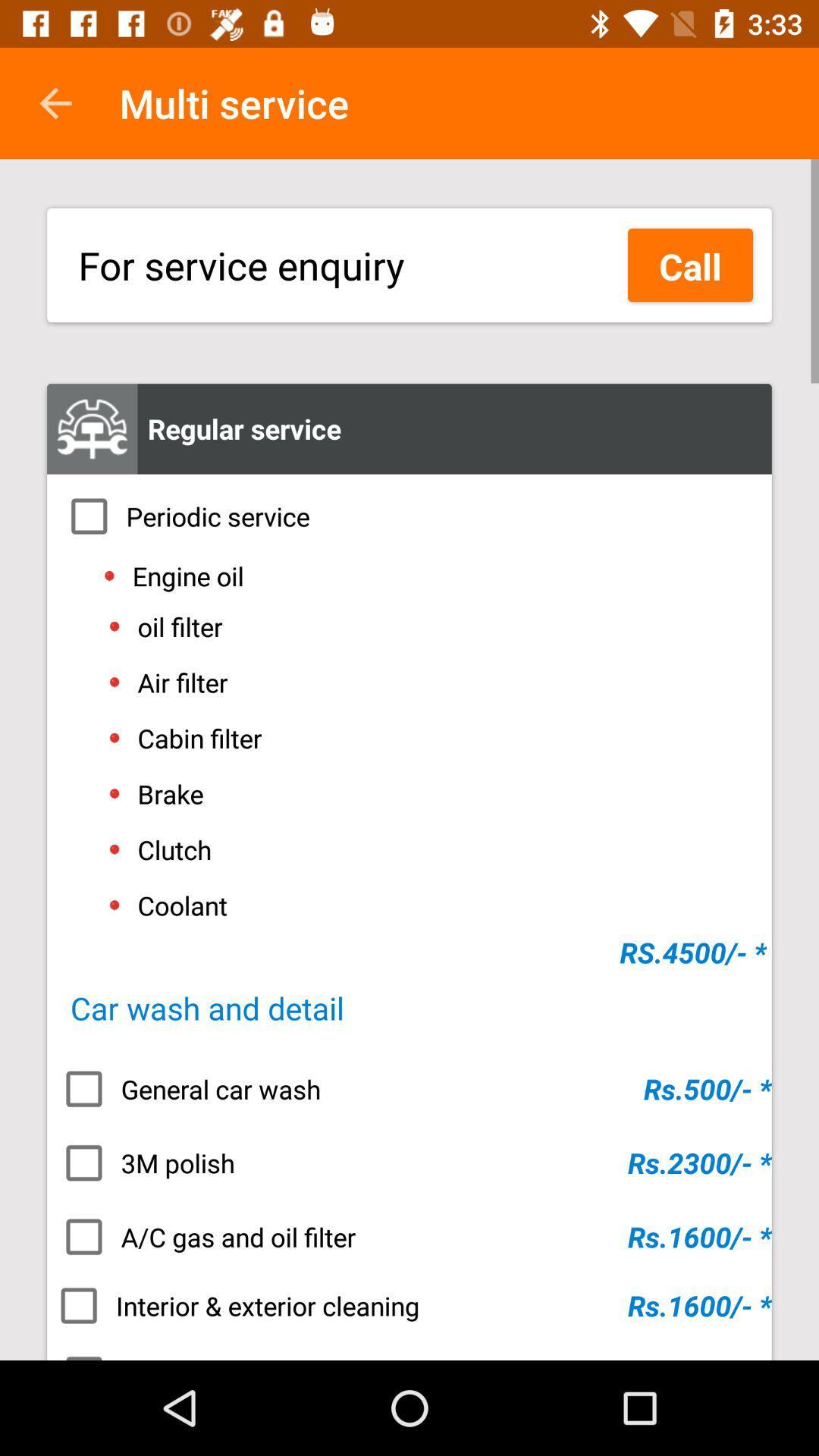  What do you see at coordinates (409, 1305) in the screenshot?
I see `icon above the teflon coating item` at bounding box center [409, 1305].